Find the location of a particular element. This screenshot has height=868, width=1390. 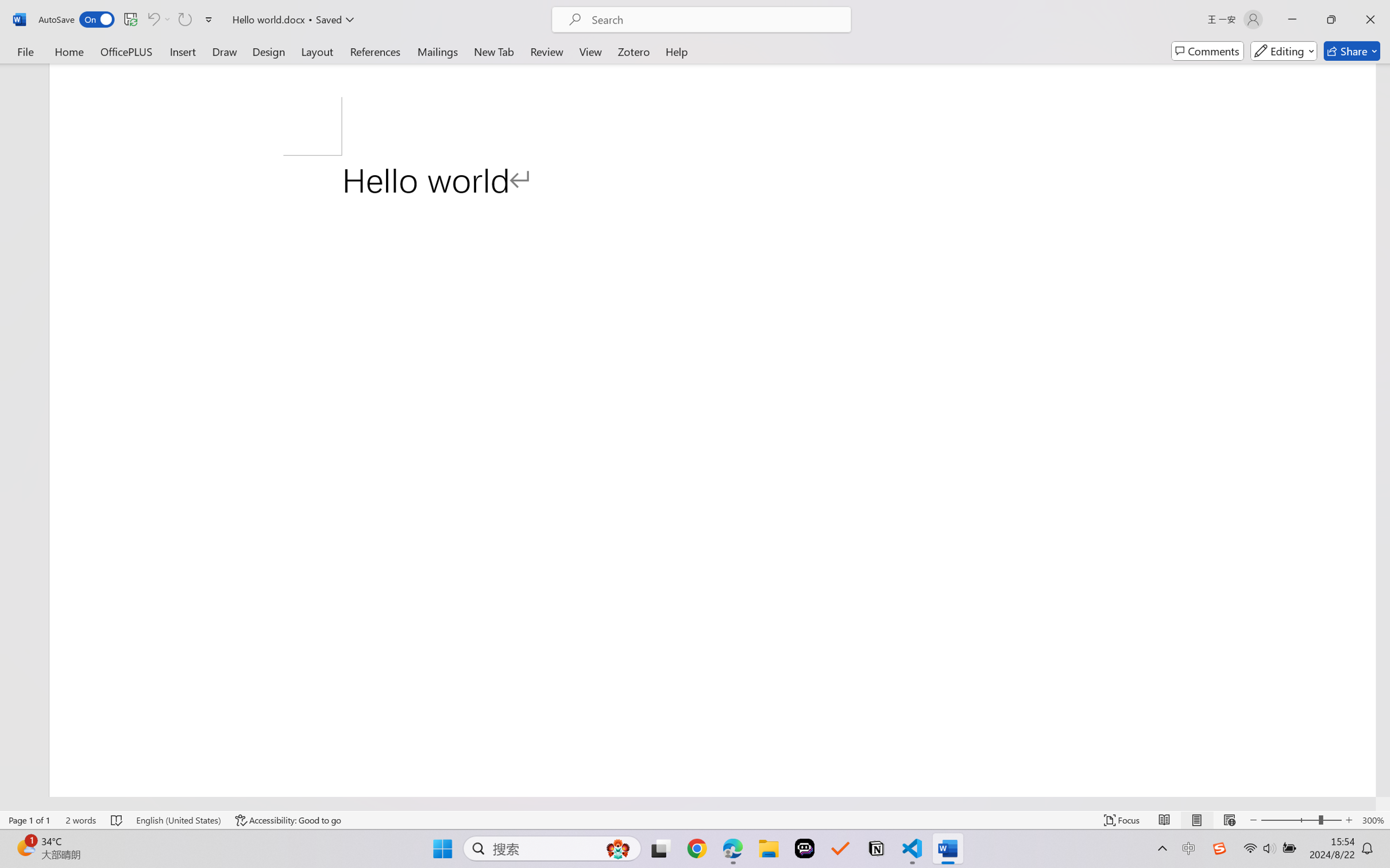

'Restore Down' is located at coordinates (1331, 19).